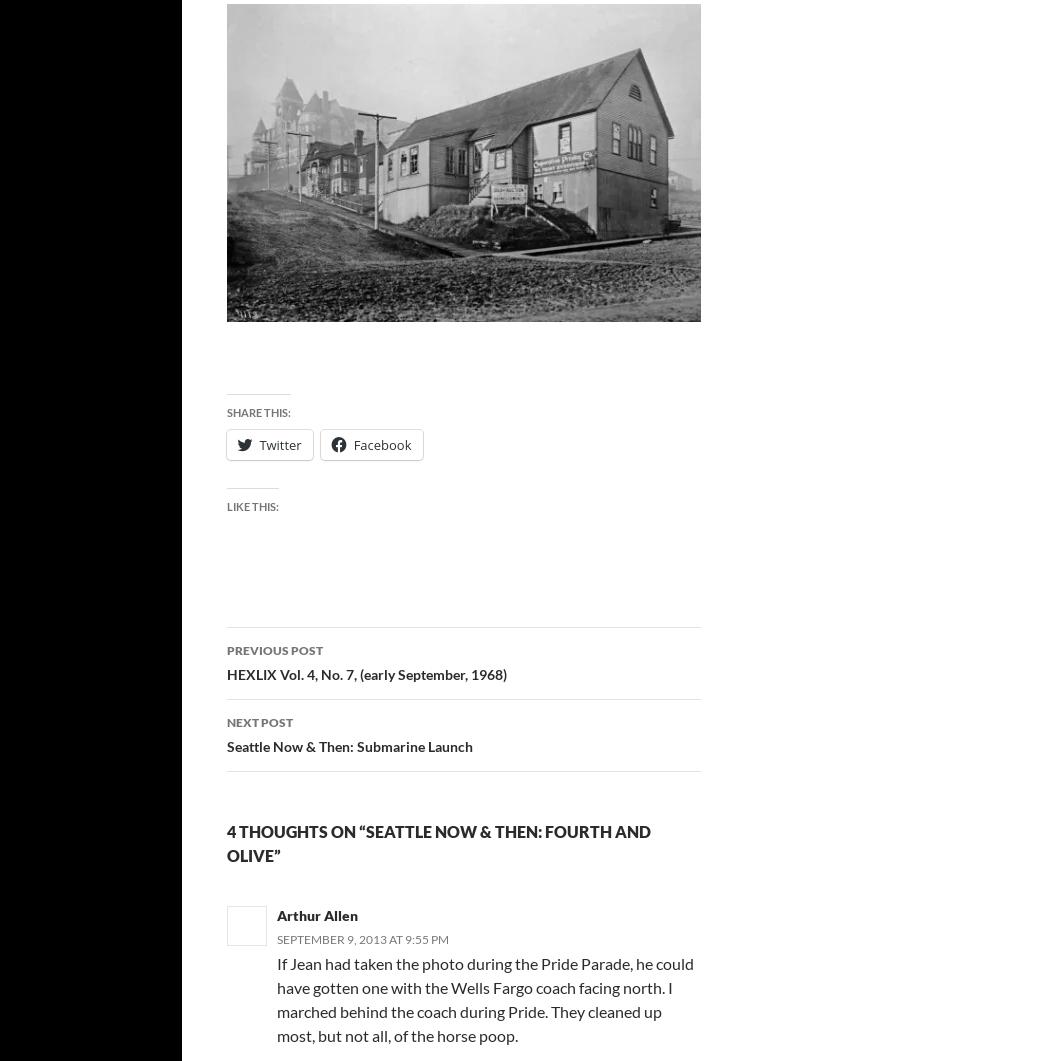 Image resolution: width=1050 pixels, height=1061 pixels. What do you see at coordinates (259, 444) in the screenshot?
I see `'Twitter'` at bounding box center [259, 444].